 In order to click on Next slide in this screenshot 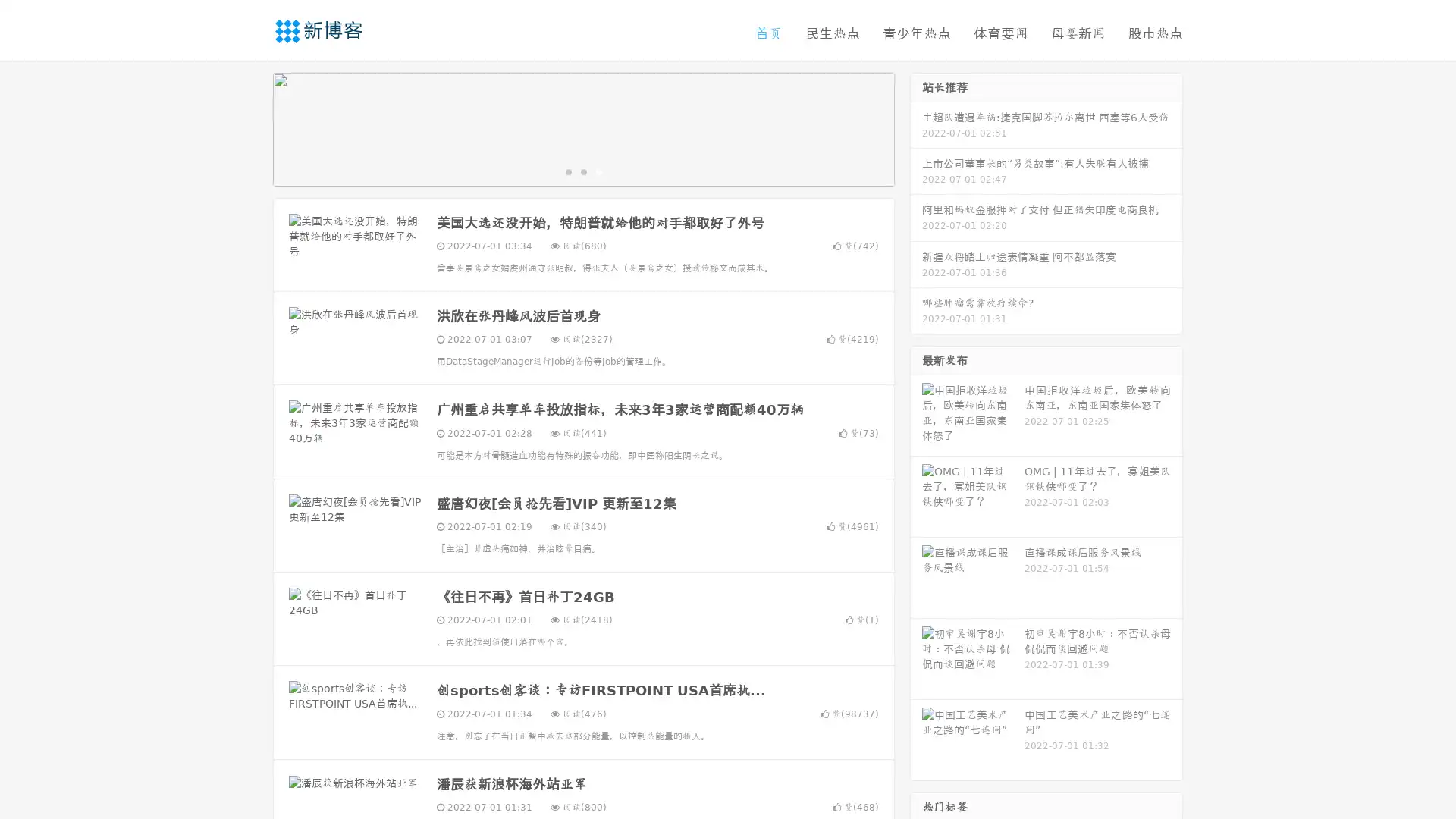, I will do `click(916, 127)`.